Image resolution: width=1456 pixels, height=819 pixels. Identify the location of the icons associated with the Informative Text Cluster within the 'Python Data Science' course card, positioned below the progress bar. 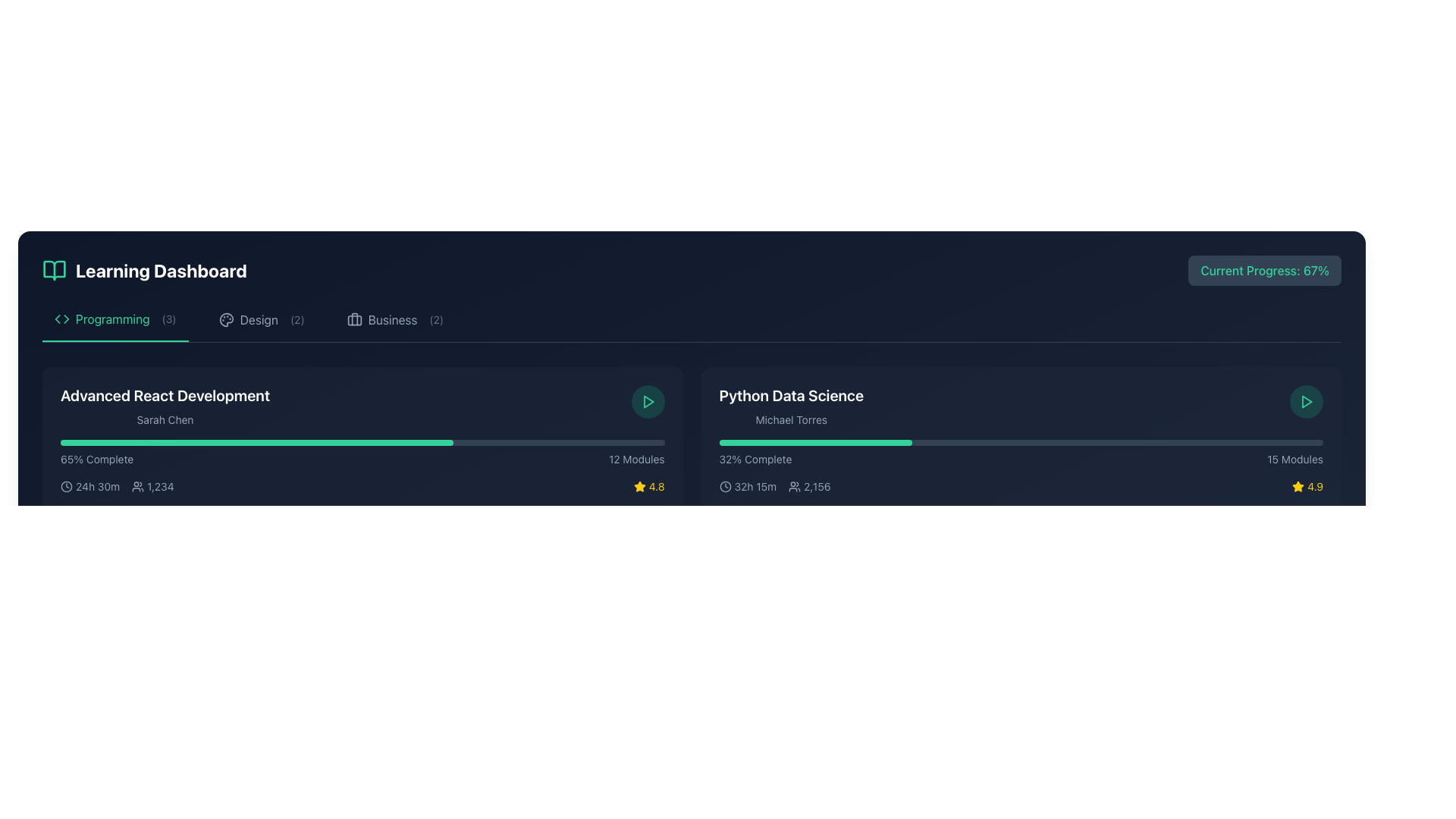
(775, 486).